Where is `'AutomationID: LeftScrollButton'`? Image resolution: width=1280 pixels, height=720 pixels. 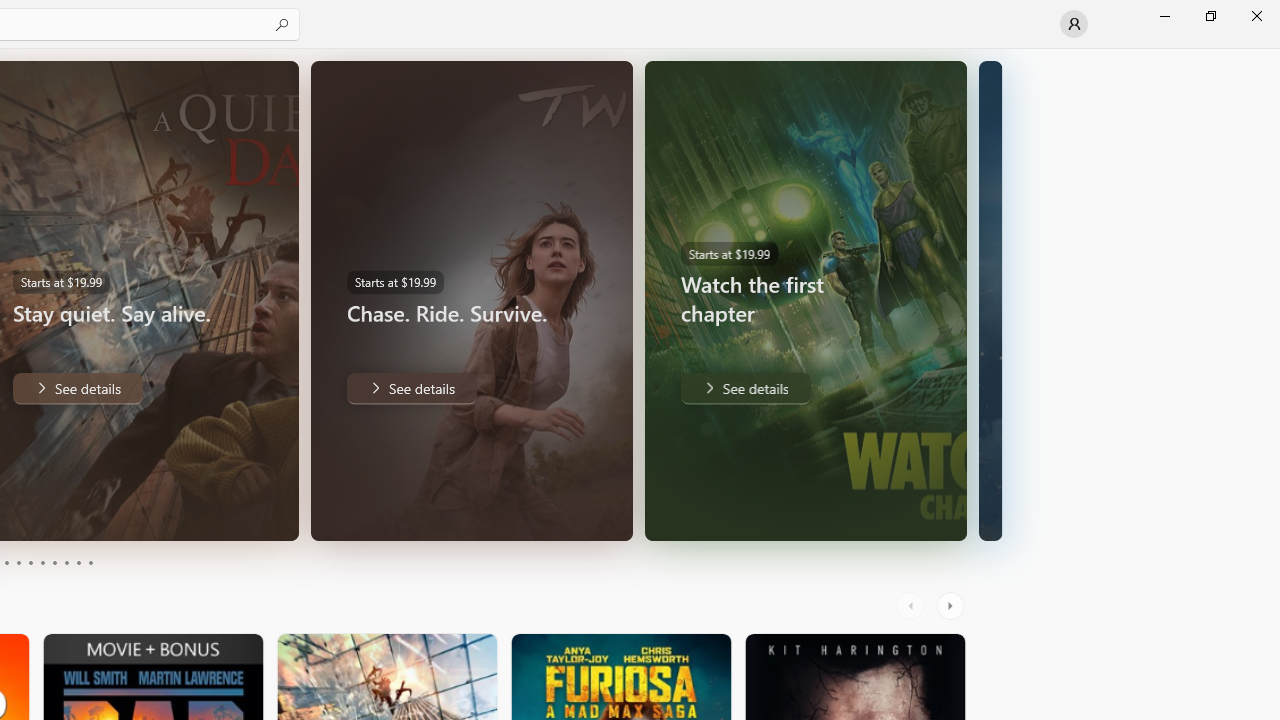
'AutomationID: LeftScrollButton' is located at coordinates (912, 605).